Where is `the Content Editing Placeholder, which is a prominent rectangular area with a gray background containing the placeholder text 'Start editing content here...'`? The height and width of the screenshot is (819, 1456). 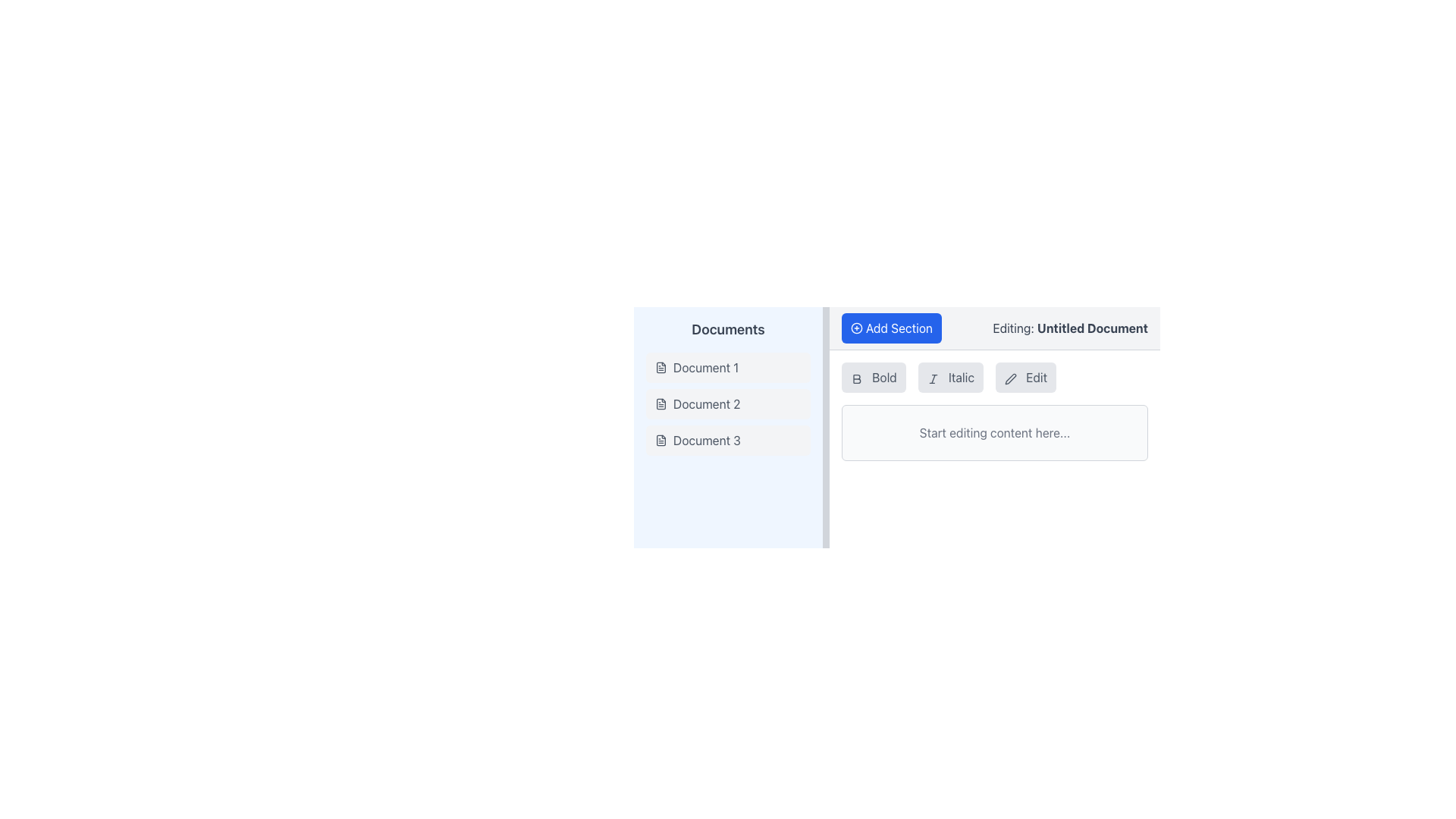
the Content Editing Placeholder, which is a prominent rectangular area with a gray background containing the placeholder text 'Start editing content here...' is located at coordinates (994, 432).